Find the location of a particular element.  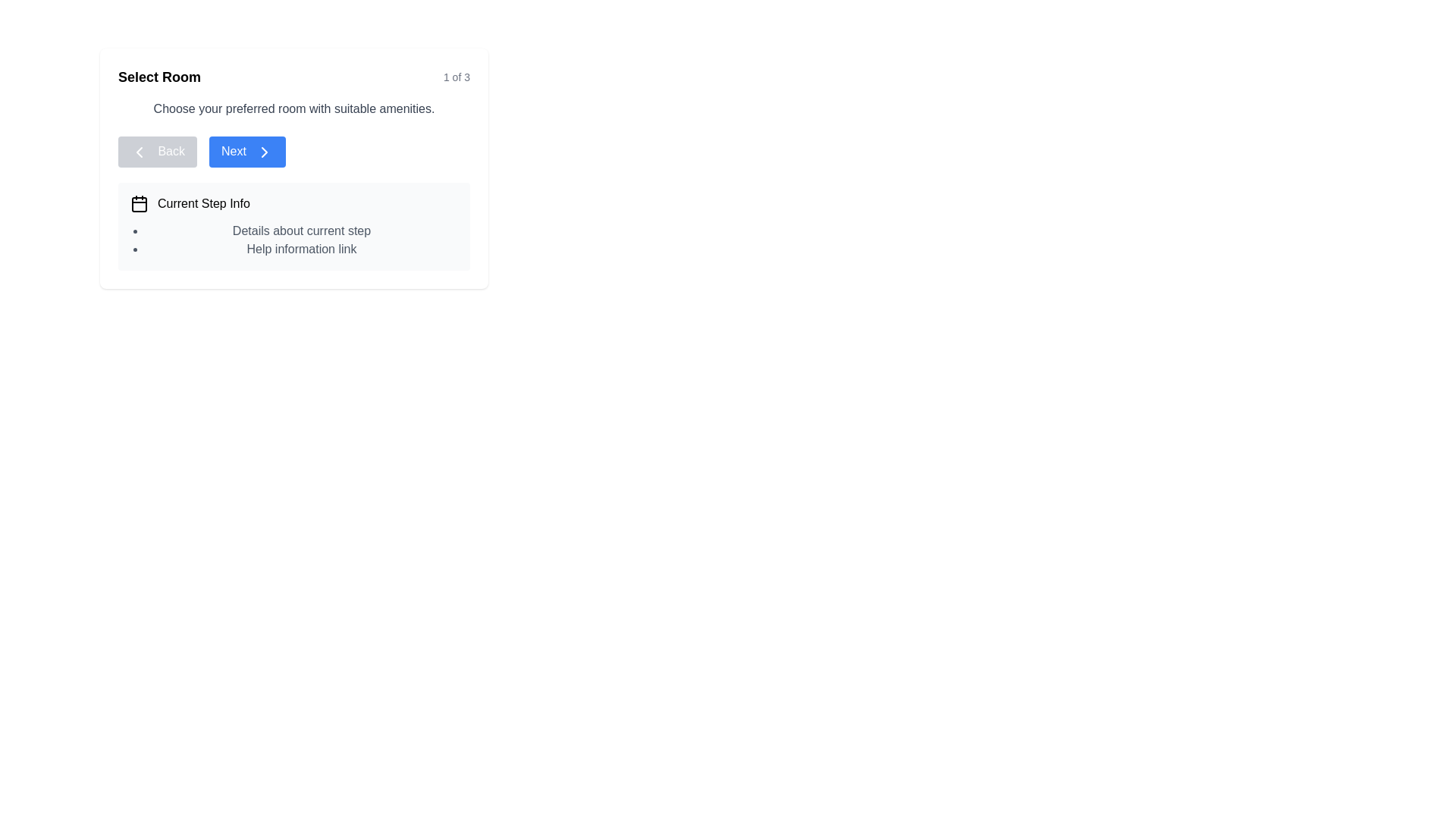

the Text label that serves as a reference under 'Current Step Info', located directly below 'Details about current step' is located at coordinates (302, 247).